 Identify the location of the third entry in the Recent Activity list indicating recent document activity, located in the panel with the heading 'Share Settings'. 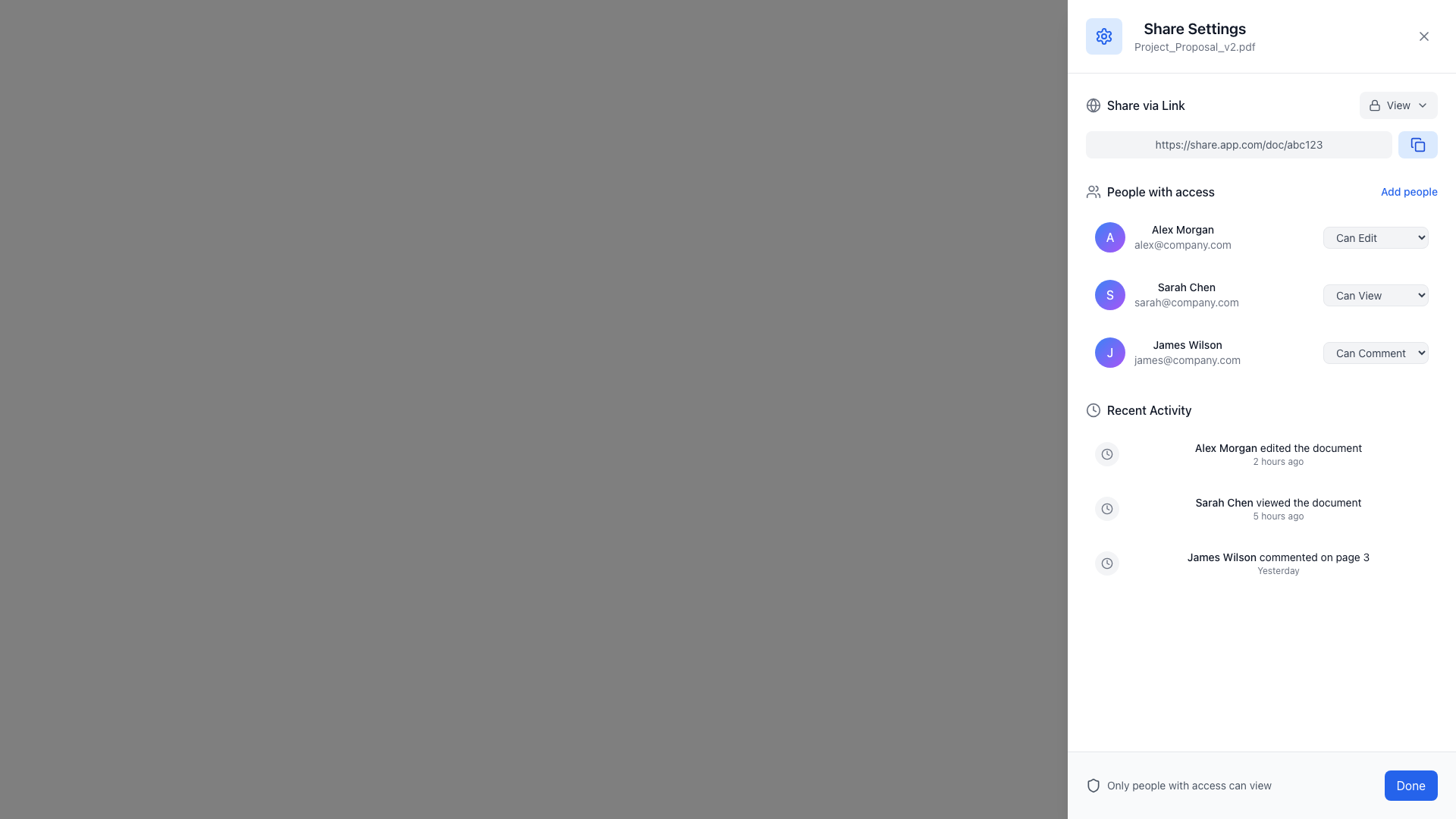
(1262, 563).